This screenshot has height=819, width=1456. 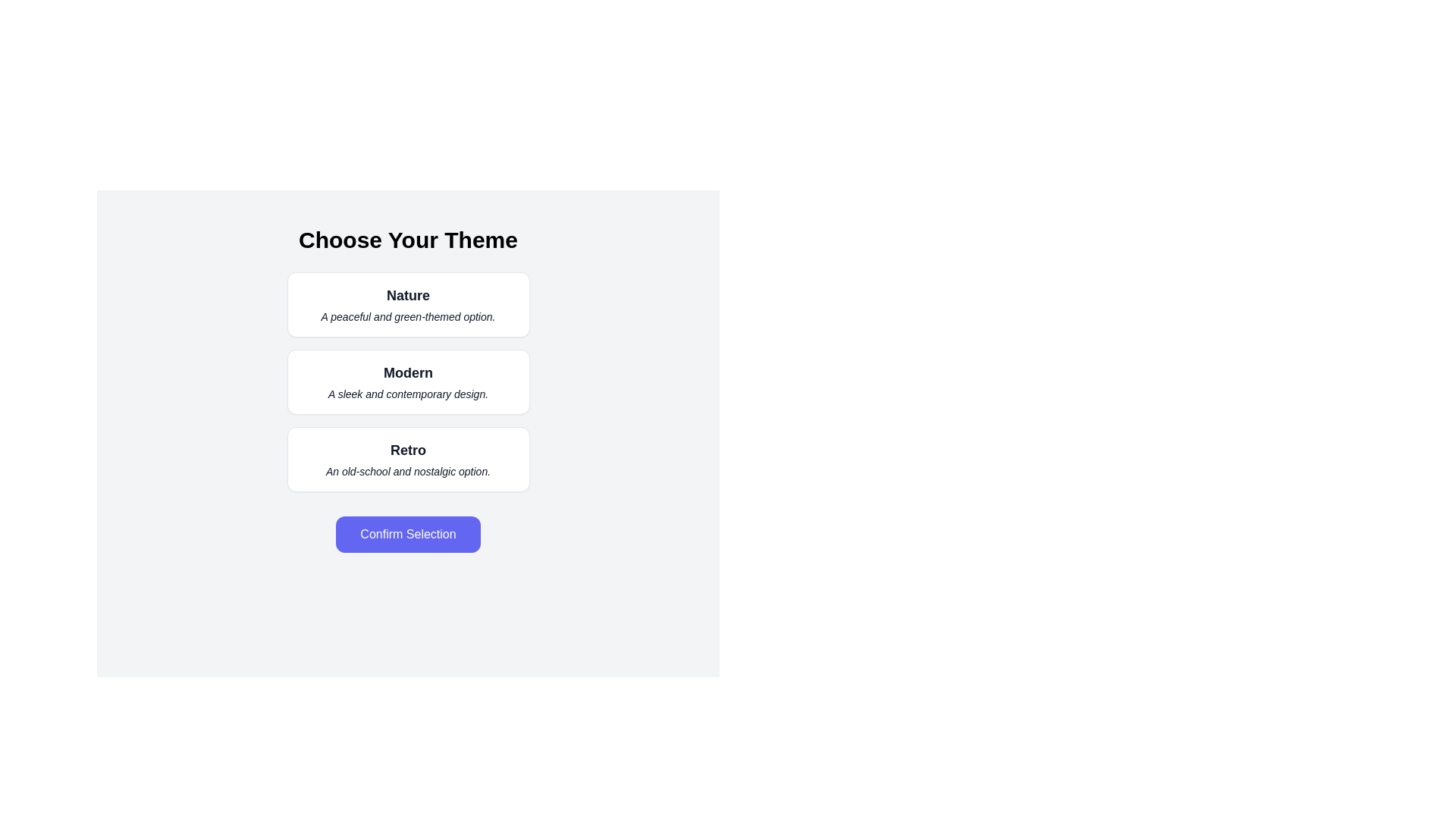 I want to click on the text label reading 'Nature', which is styled in a bold and slightly larger font, positioned above a secondary text in the theme selection interface, so click(x=408, y=295).